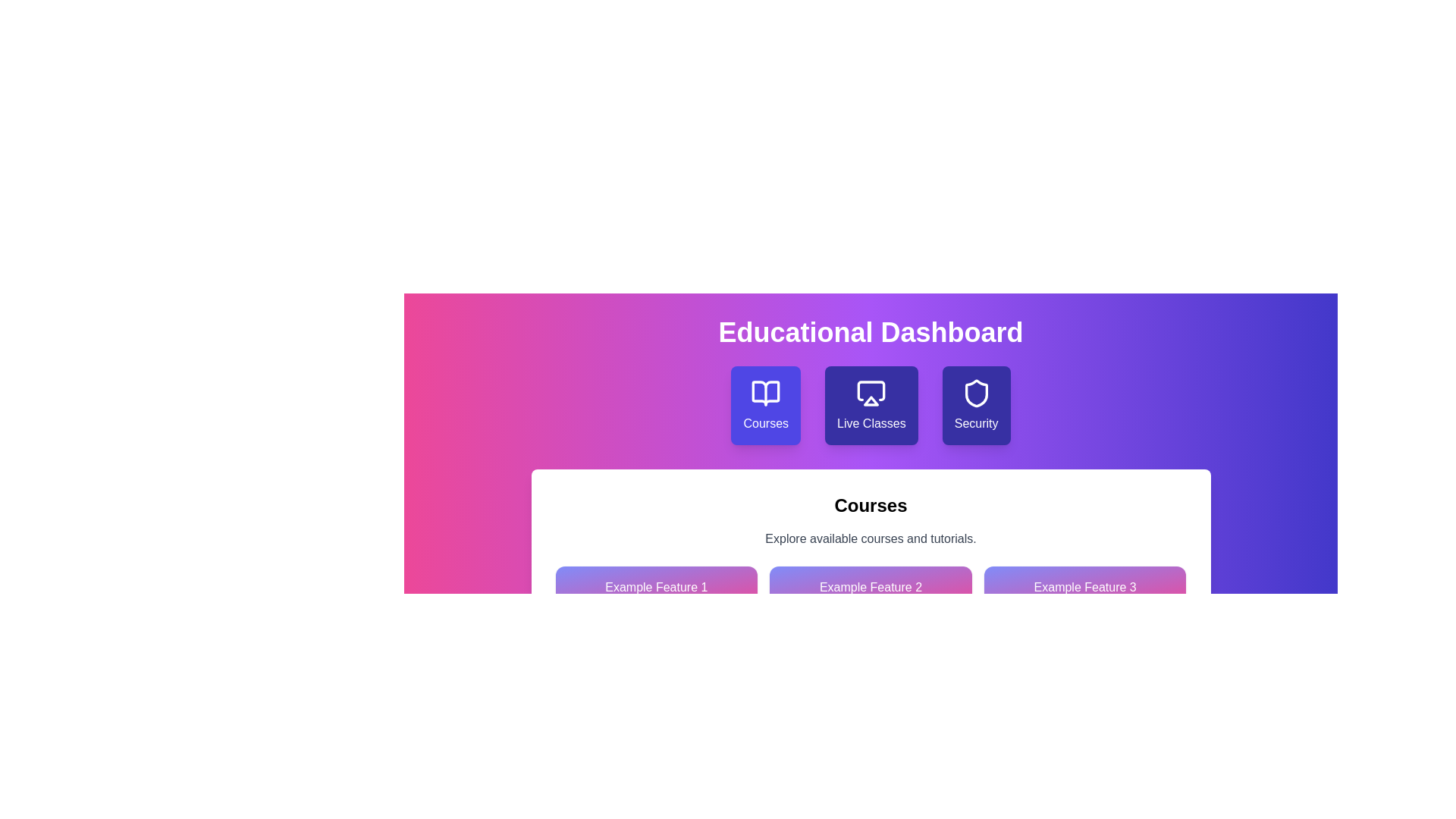 The height and width of the screenshot is (819, 1456). What do you see at coordinates (871, 405) in the screenshot?
I see `the Live Classes tab` at bounding box center [871, 405].